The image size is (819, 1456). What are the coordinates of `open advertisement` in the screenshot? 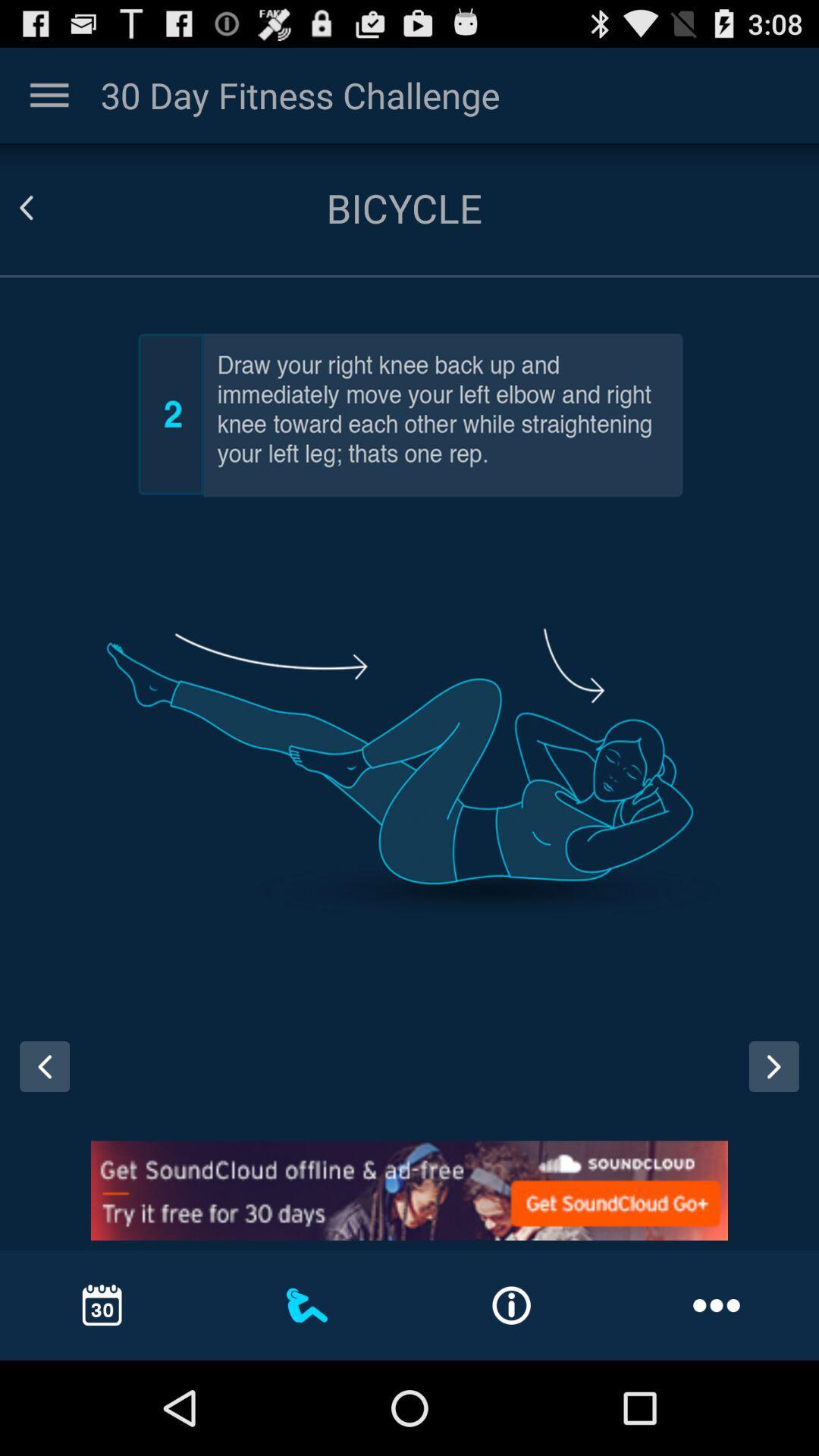 It's located at (409, 1190).